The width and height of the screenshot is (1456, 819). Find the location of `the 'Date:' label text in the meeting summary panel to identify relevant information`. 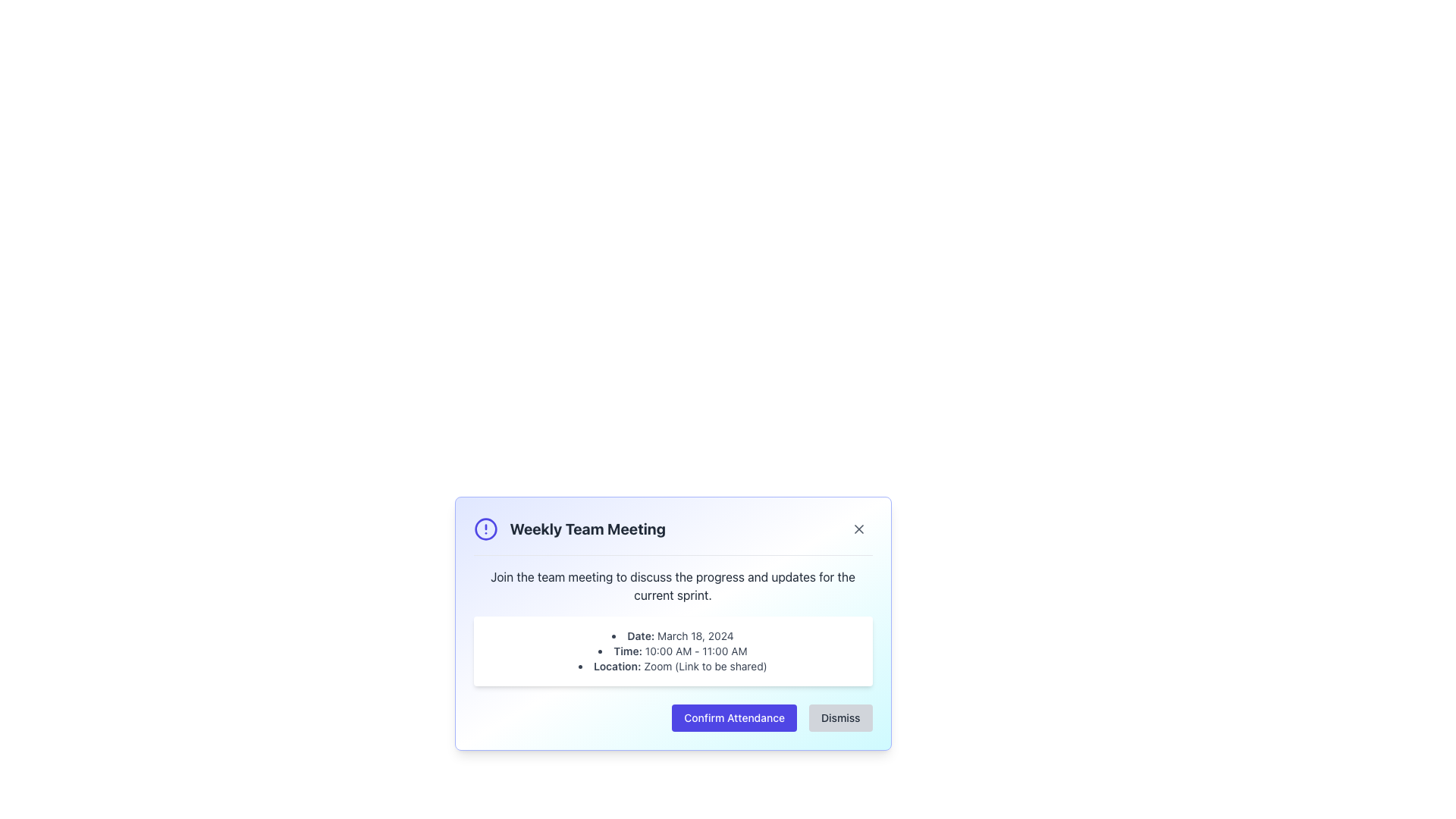

the 'Date:' label text in the meeting summary panel to identify relevant information is located at coordinates (641, 635).